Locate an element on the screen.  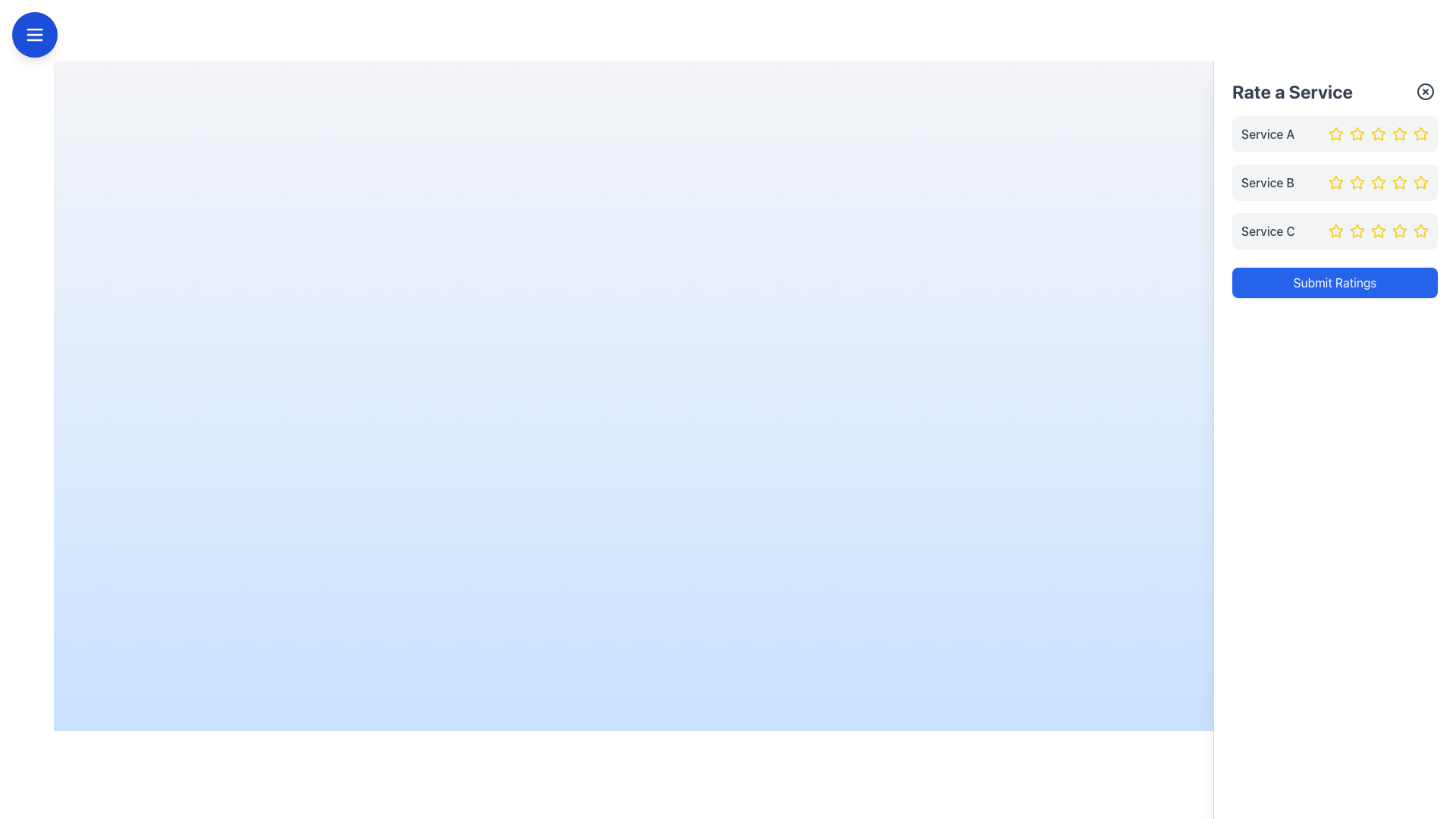
the second star icon in the five-star rating system under 'Rate a Service' labeled 'Service A' is located at coordinates (1357, 133).